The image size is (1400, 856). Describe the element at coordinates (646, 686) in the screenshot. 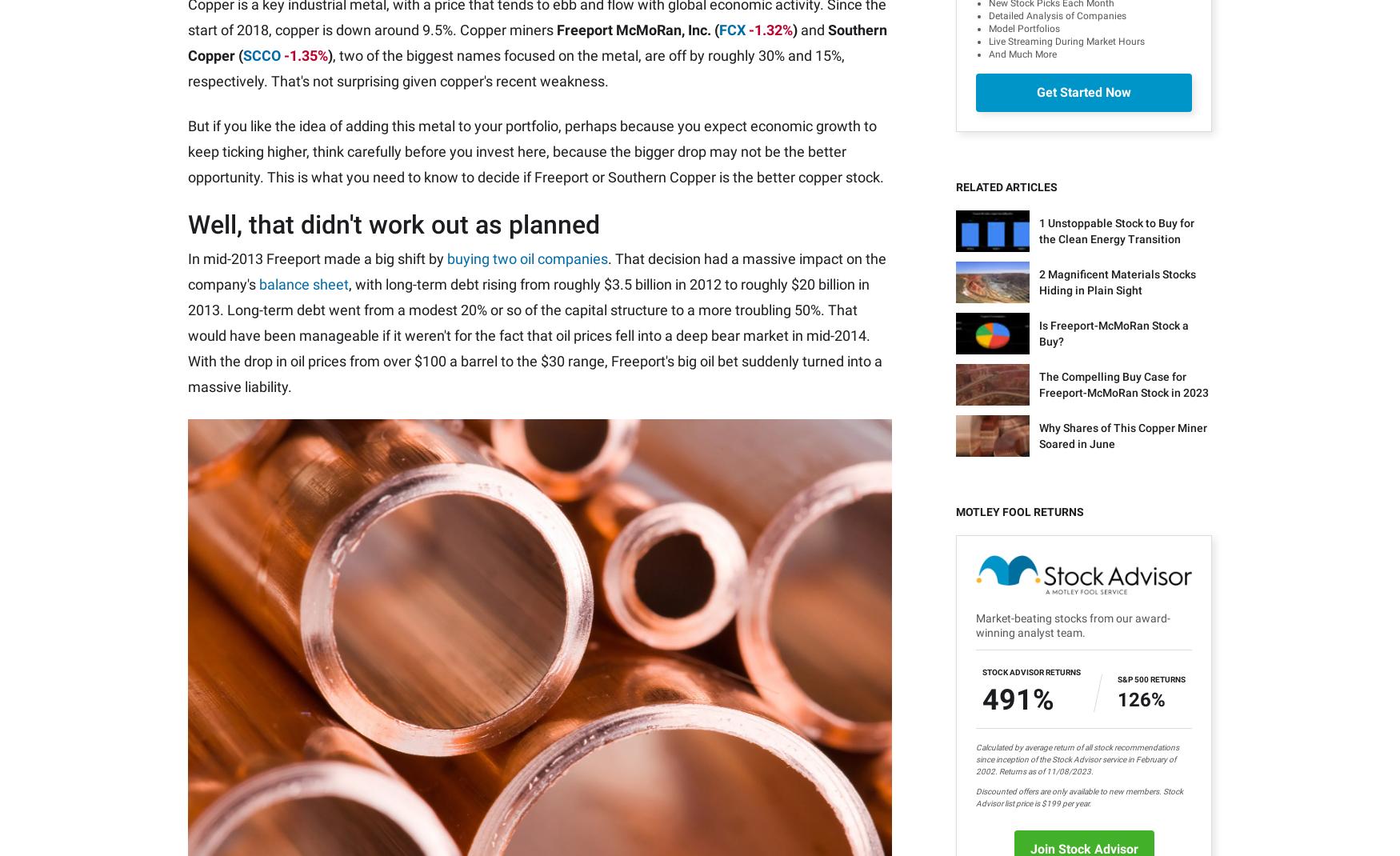

I see `'The Ascent'` at that location.